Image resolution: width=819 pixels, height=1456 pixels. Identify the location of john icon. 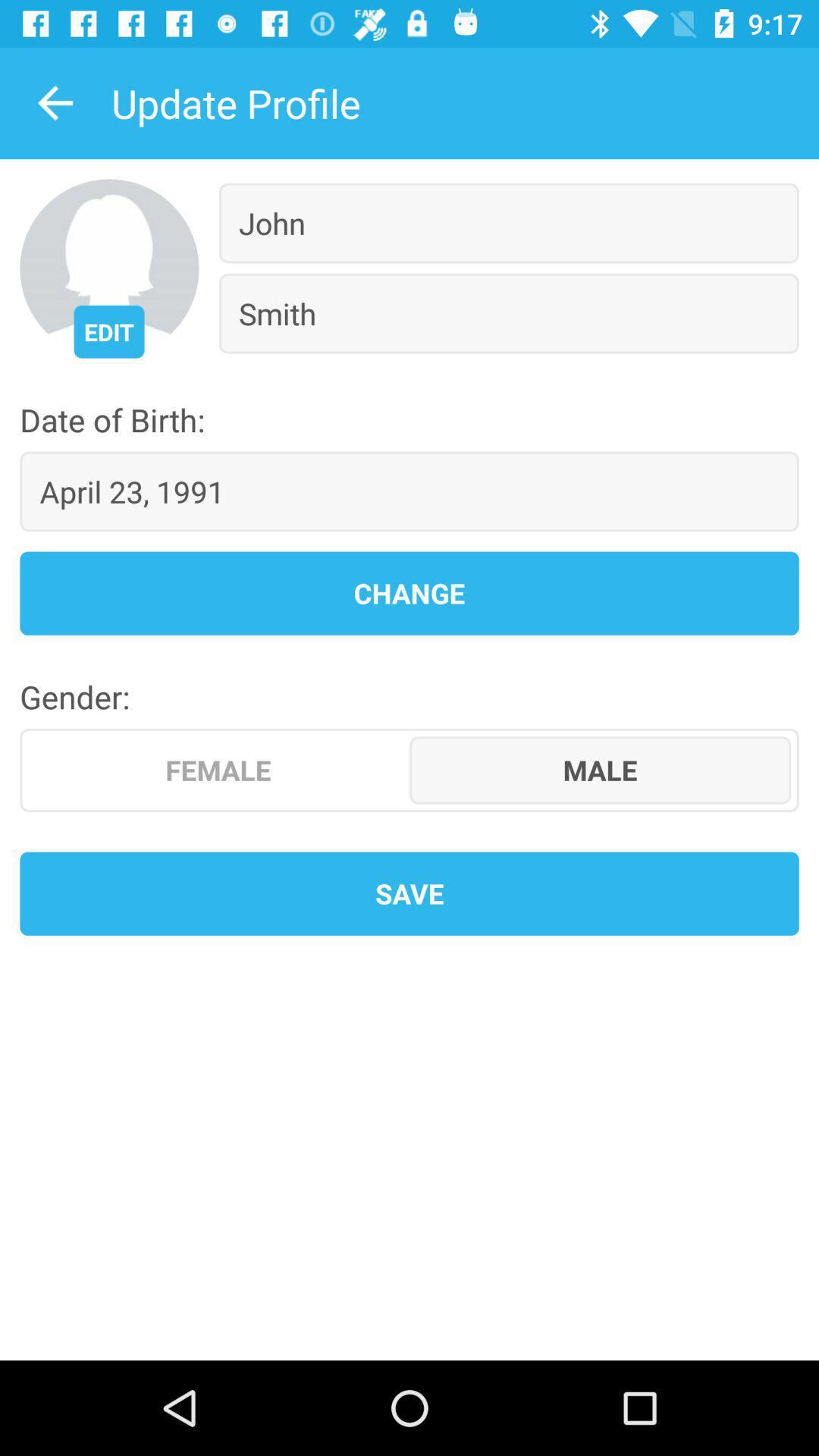
(509, 222).